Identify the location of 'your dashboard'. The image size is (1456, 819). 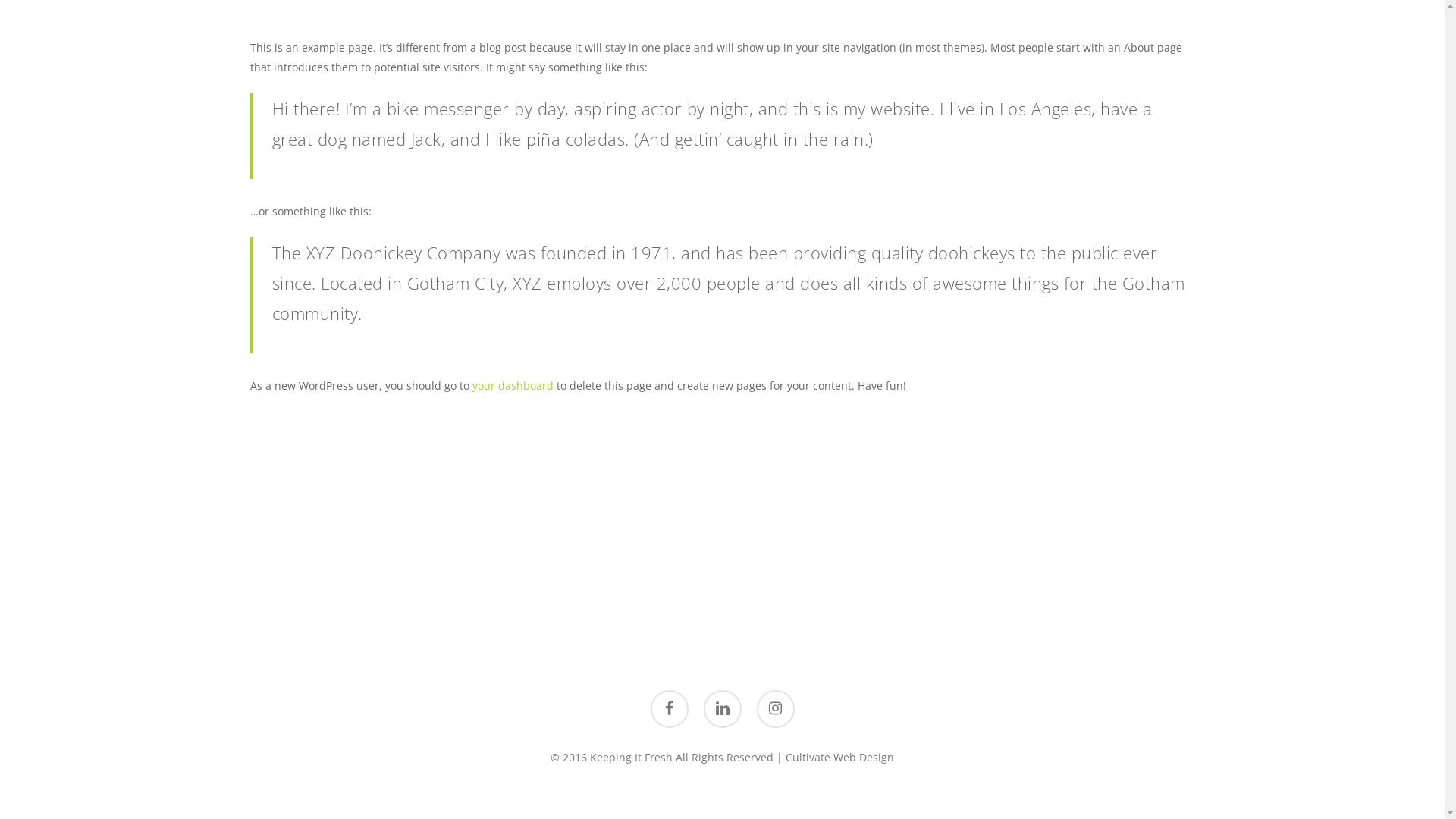
(513, 384).